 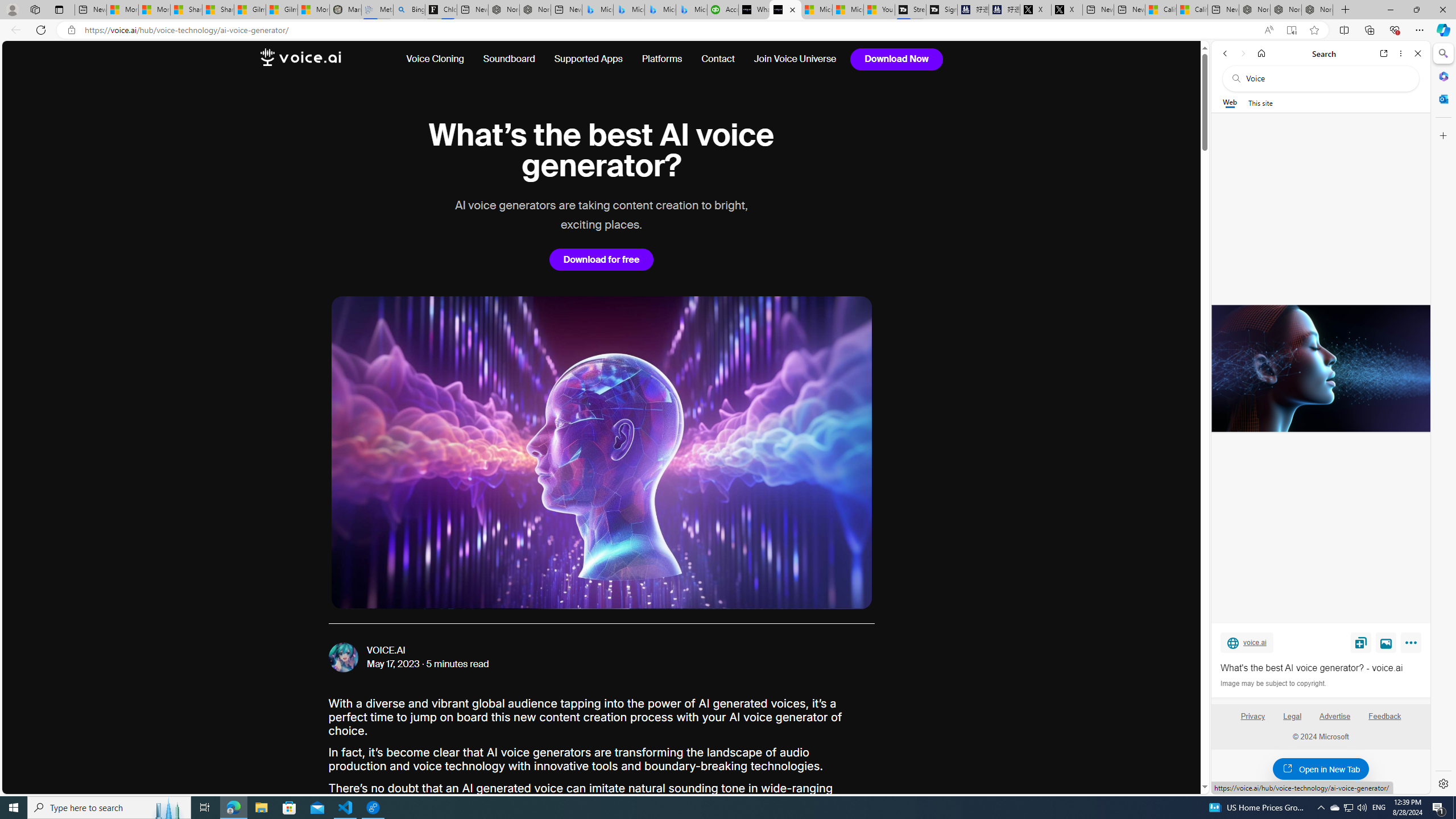 What do you see at coordinates (1230, 102) in the screenshot?
I see `'Web scope'` at bounding box center [1230, 102].